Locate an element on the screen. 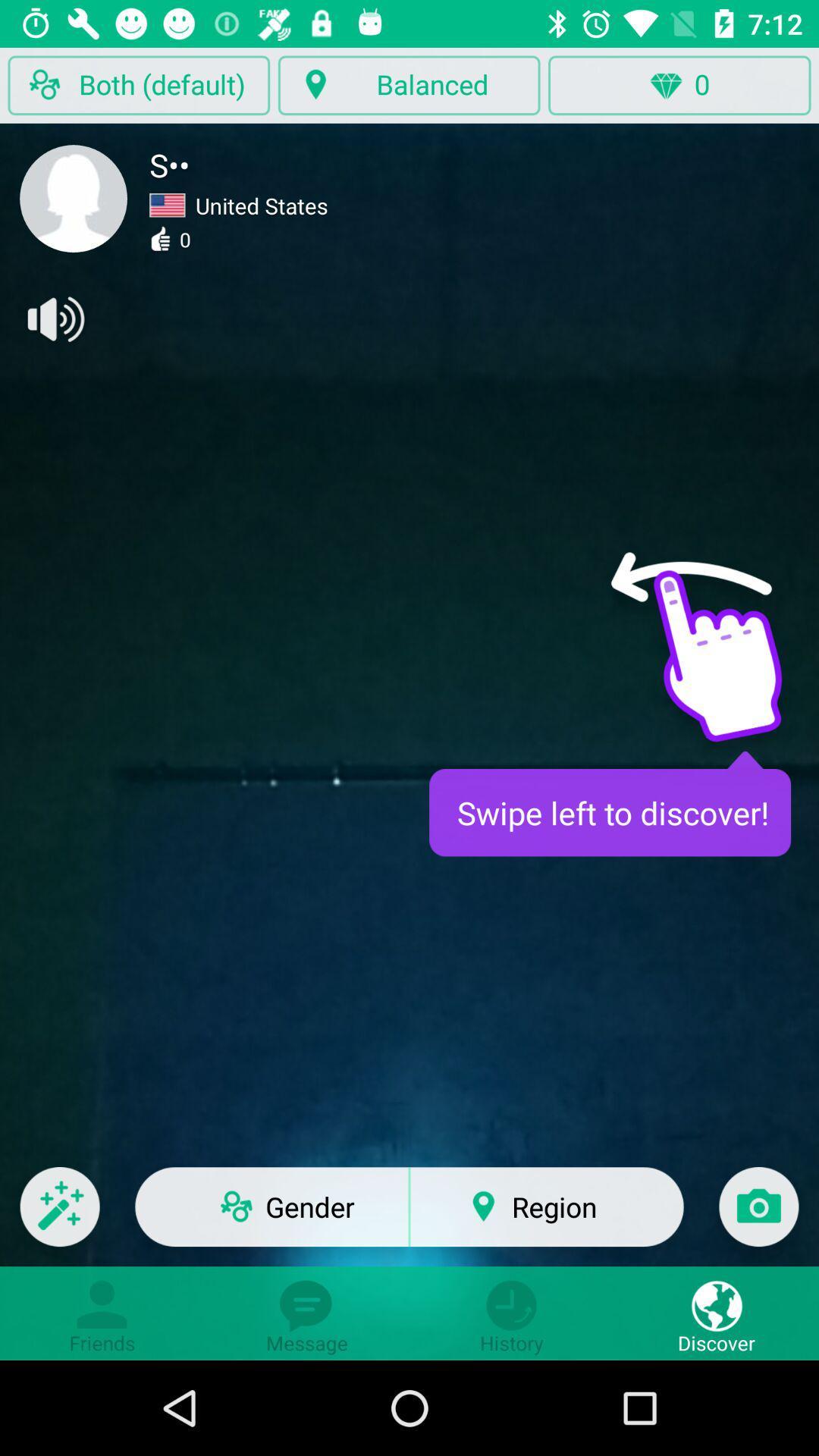  take photo is located at coordinates (758, 1216).